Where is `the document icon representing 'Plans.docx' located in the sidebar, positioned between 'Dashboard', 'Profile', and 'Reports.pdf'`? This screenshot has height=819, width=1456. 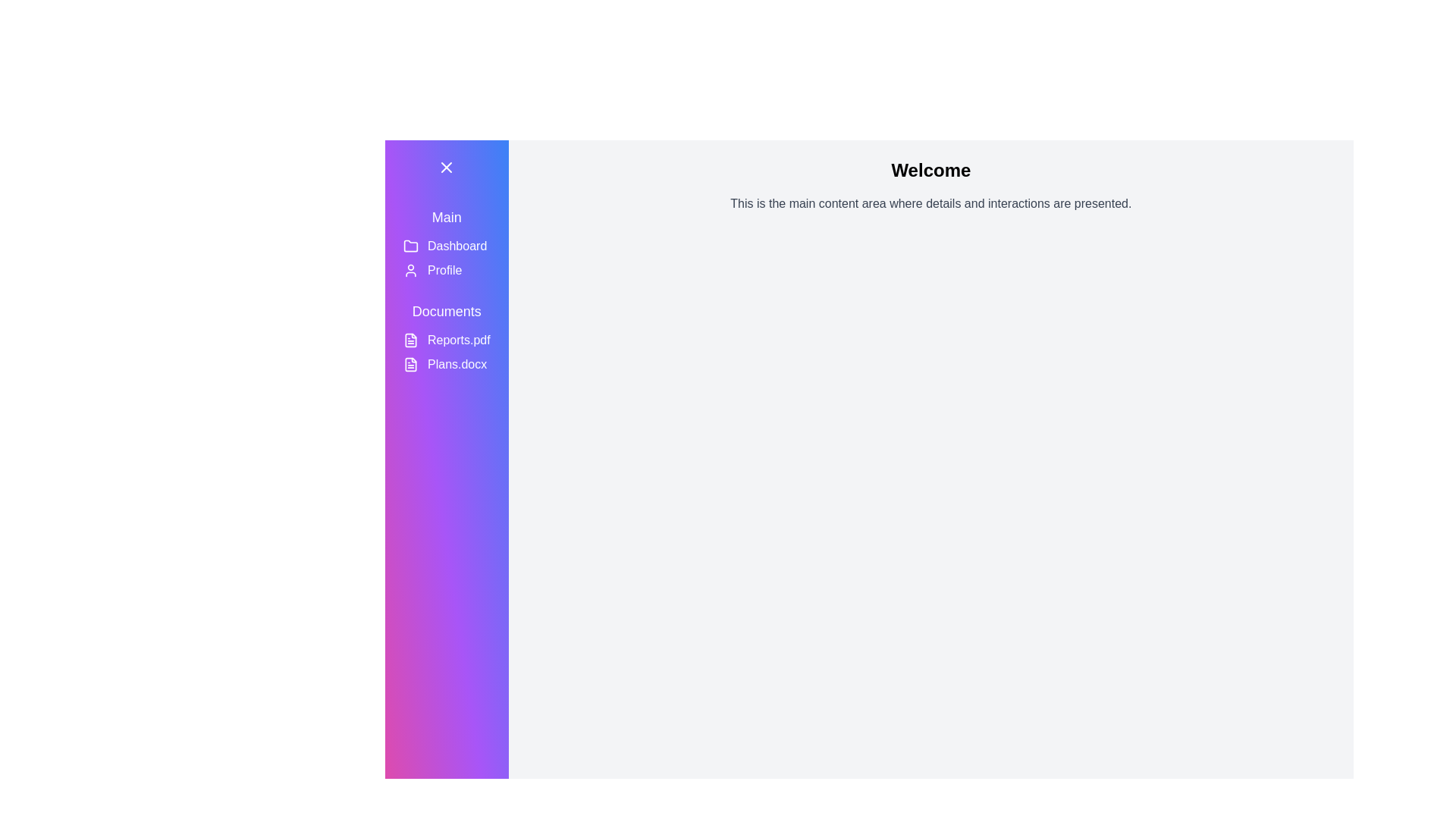 the document icon representing 'Plans.docx' located in the sidebar, positioned between 'Dashboard', 'Profile', and 'Reports.pdf' is located at coordinates (411, 365).